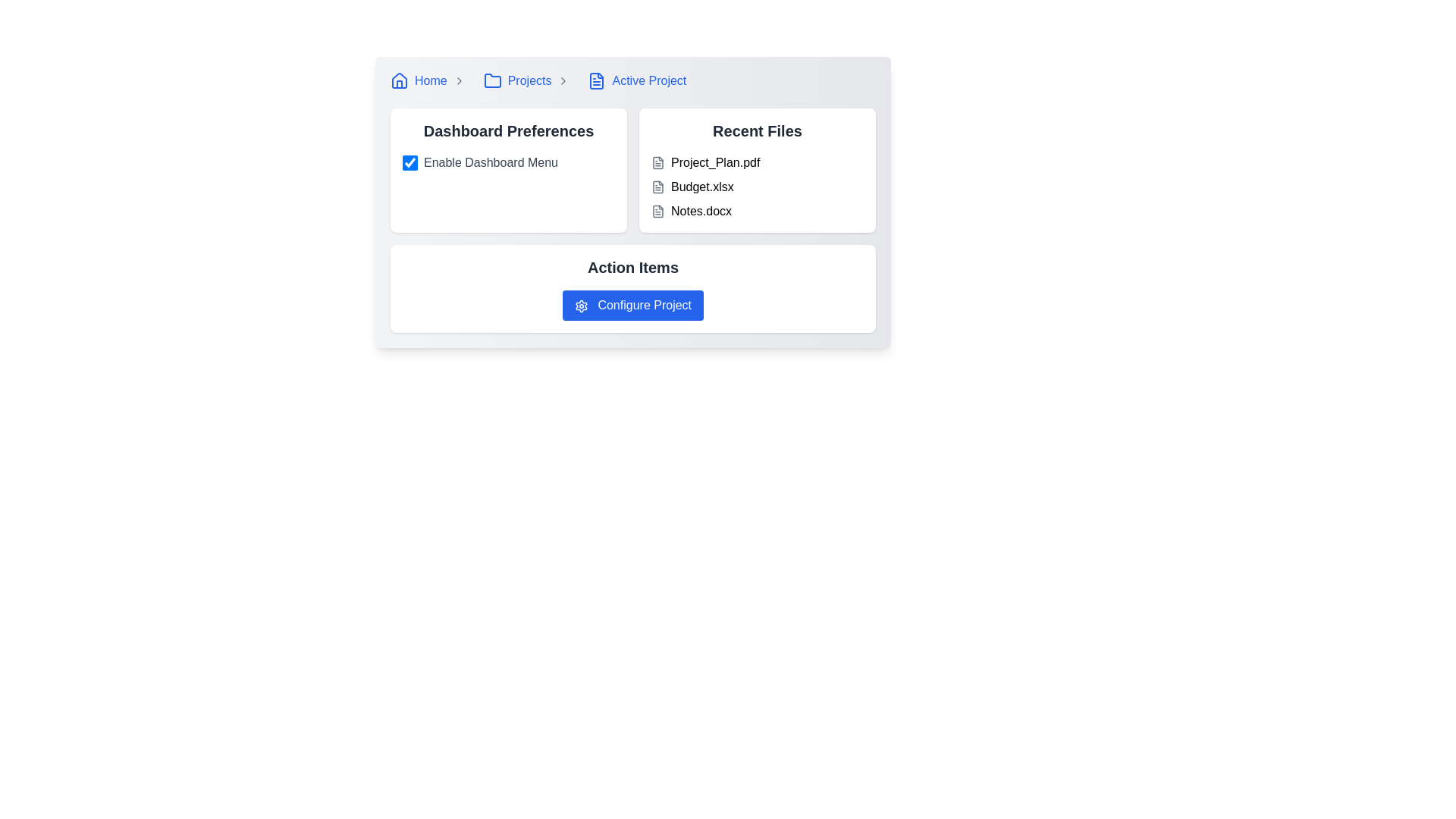 The height and width of the screenshot is (819, 1456). I want to click on the checkbox located in the 'Dashboard Preferences' section that enables or disables the 'Dashboard Menu' feature, so click(410, 163).